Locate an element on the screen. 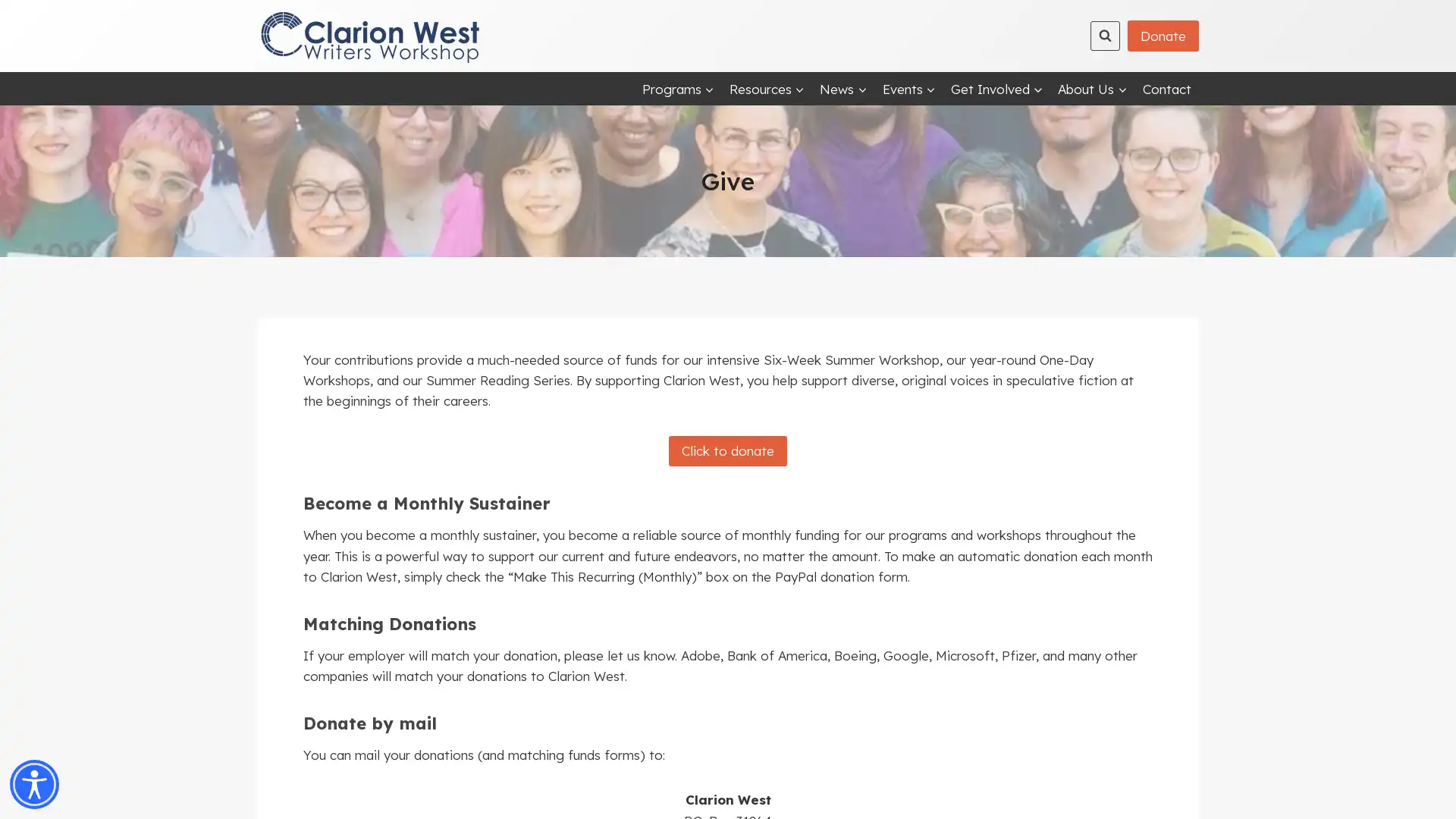  Accessibility Menu is located at coordinates (34, 784).